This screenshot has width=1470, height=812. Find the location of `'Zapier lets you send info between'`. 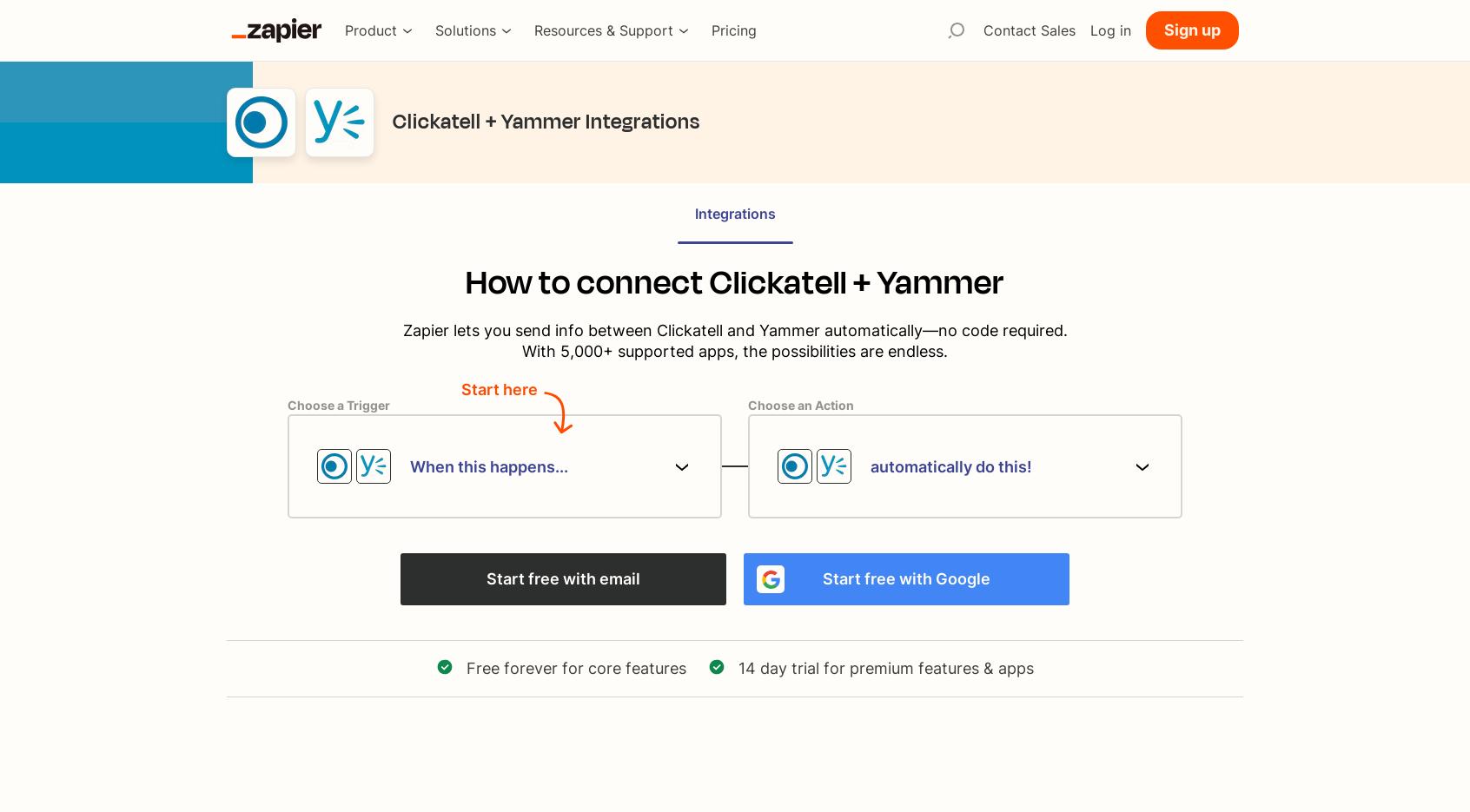

'Zapier lets you send info between' is located at coordinates (526, 329).